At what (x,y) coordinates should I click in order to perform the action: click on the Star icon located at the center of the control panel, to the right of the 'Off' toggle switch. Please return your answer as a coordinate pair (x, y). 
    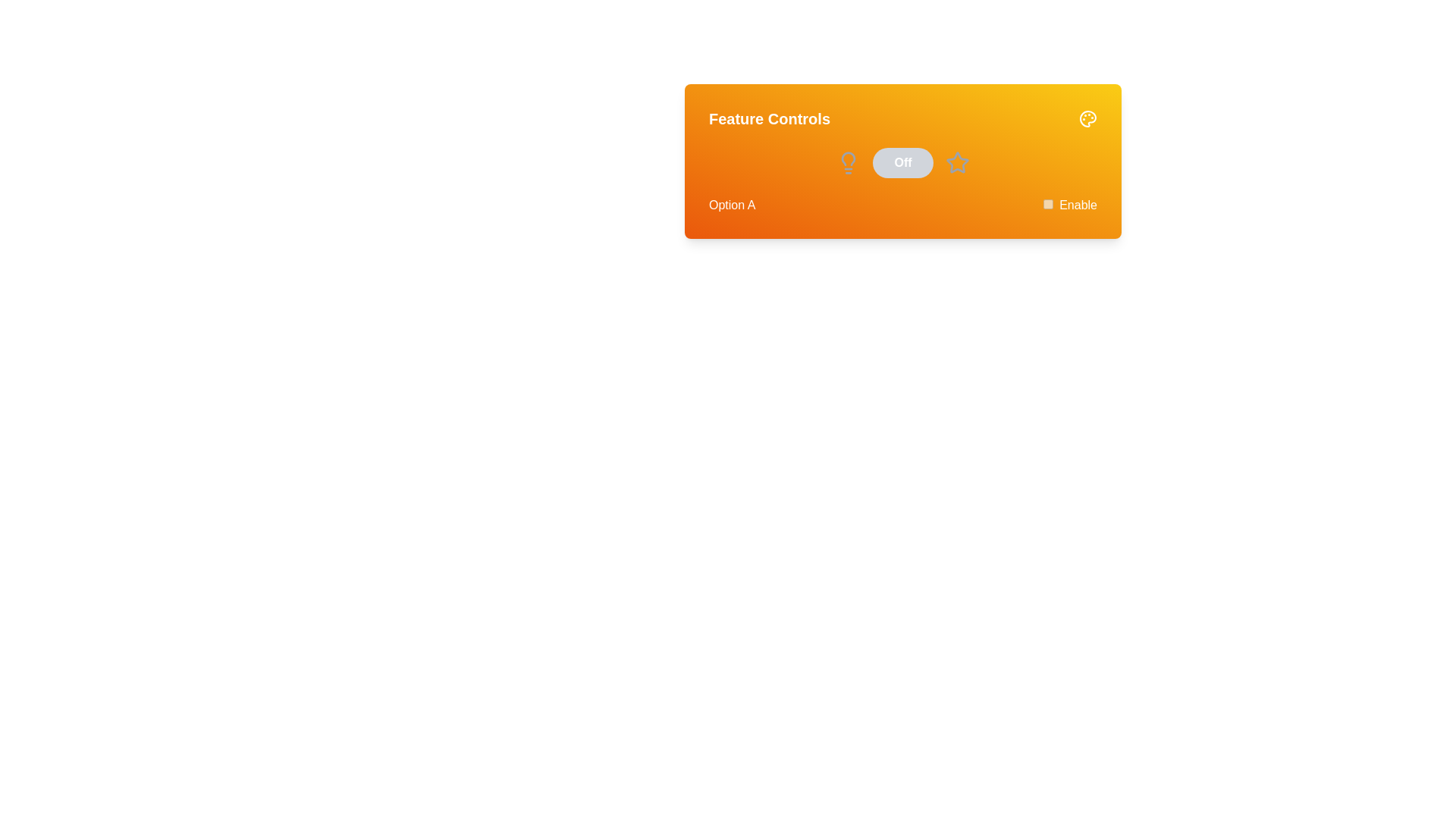
    Looking at the image, I should click on (956, 162).